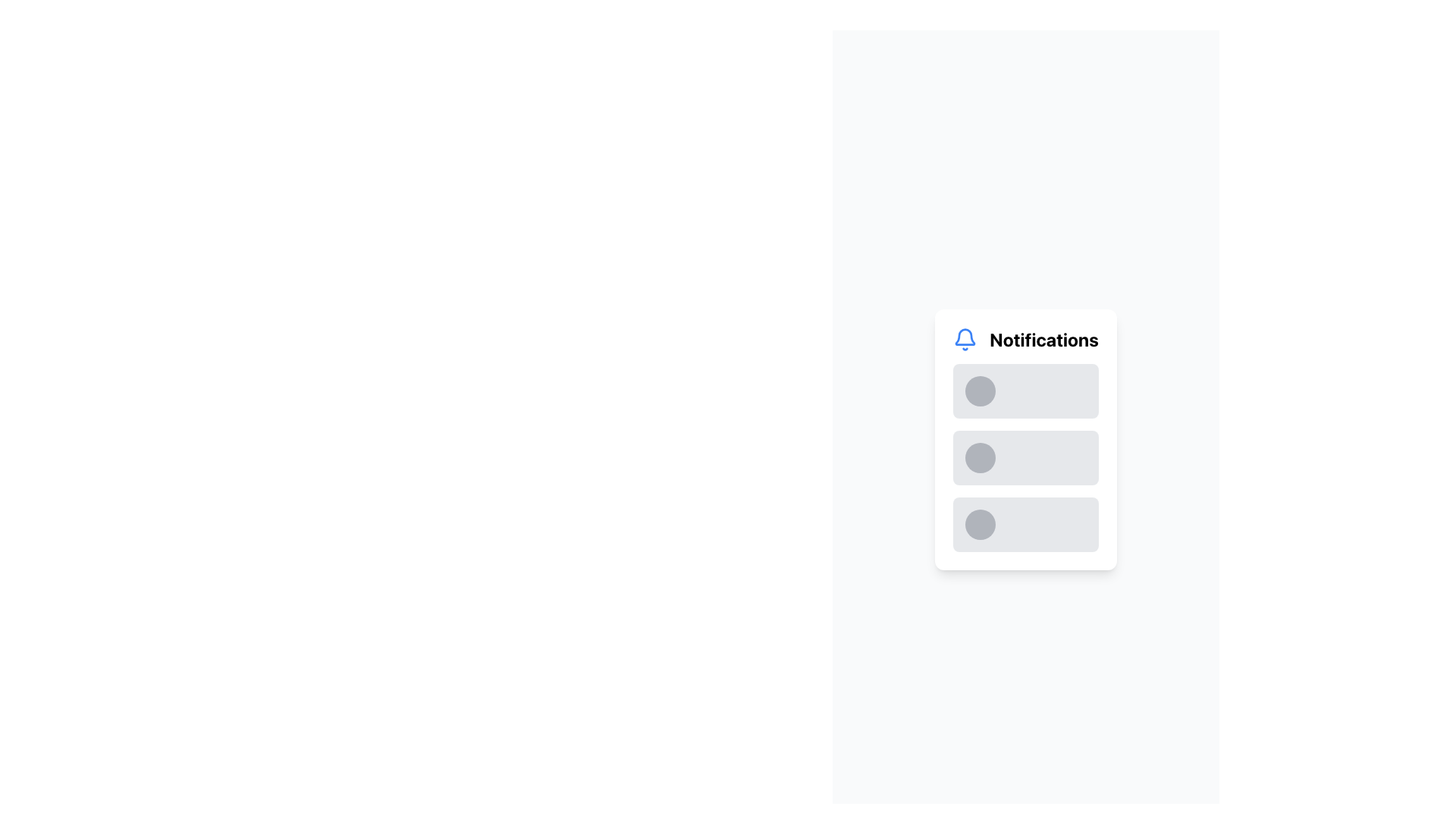  I want to click on the bell icon with a blue outline and hollow center, located at the top-left corner of the notification card, adjacent to the 'Notifications' text, so click(965, 338).